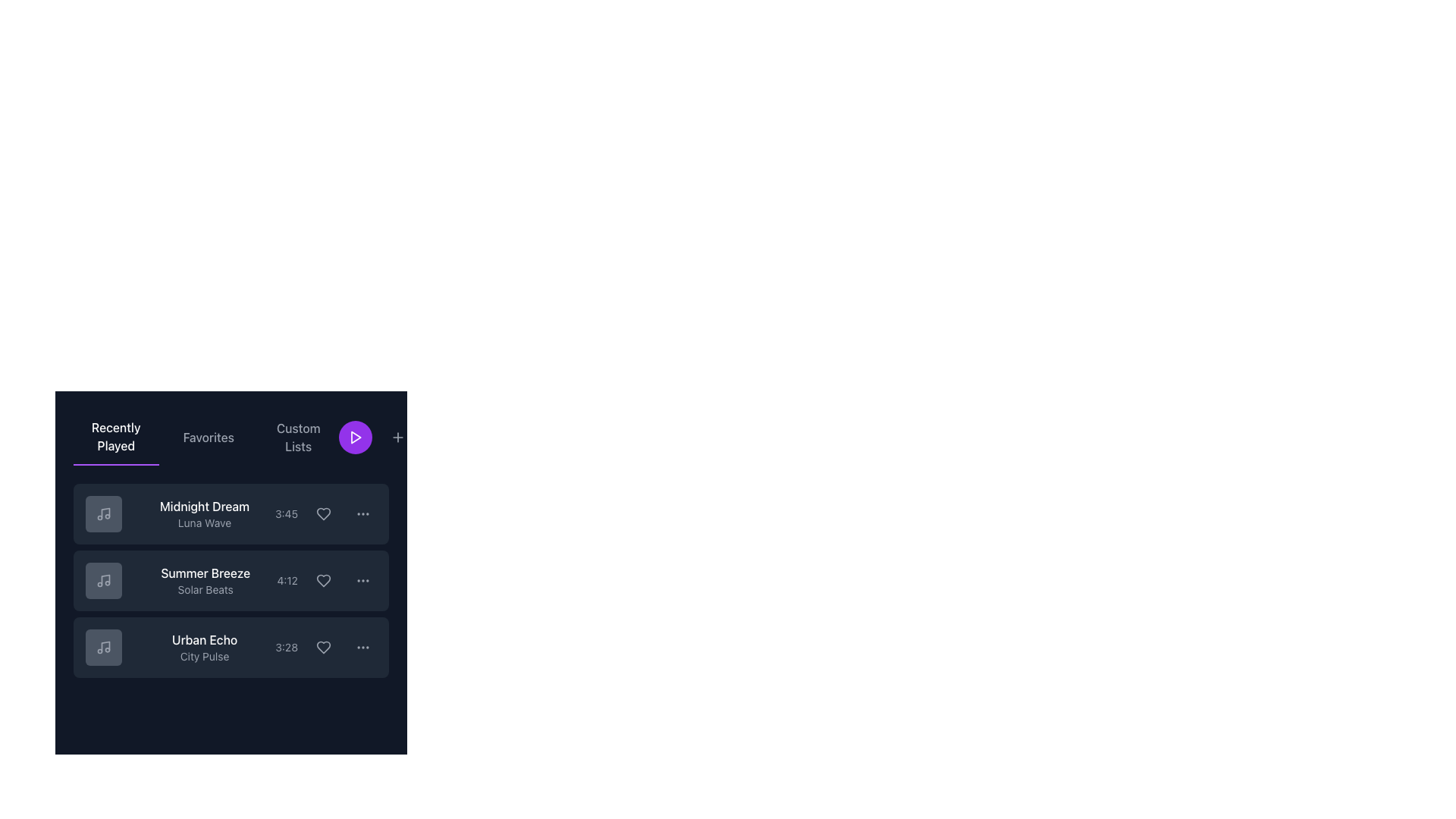 This screenshot has width=1456, height=819. What do you see at coordinates (204, 640) in the screenshot?
I see `the Text label displaying the title 'Urban Echo', located in the third list item of the 'Recently Played' section, above the subtitle 'City Pulse'` at bounding box center [204, 640].